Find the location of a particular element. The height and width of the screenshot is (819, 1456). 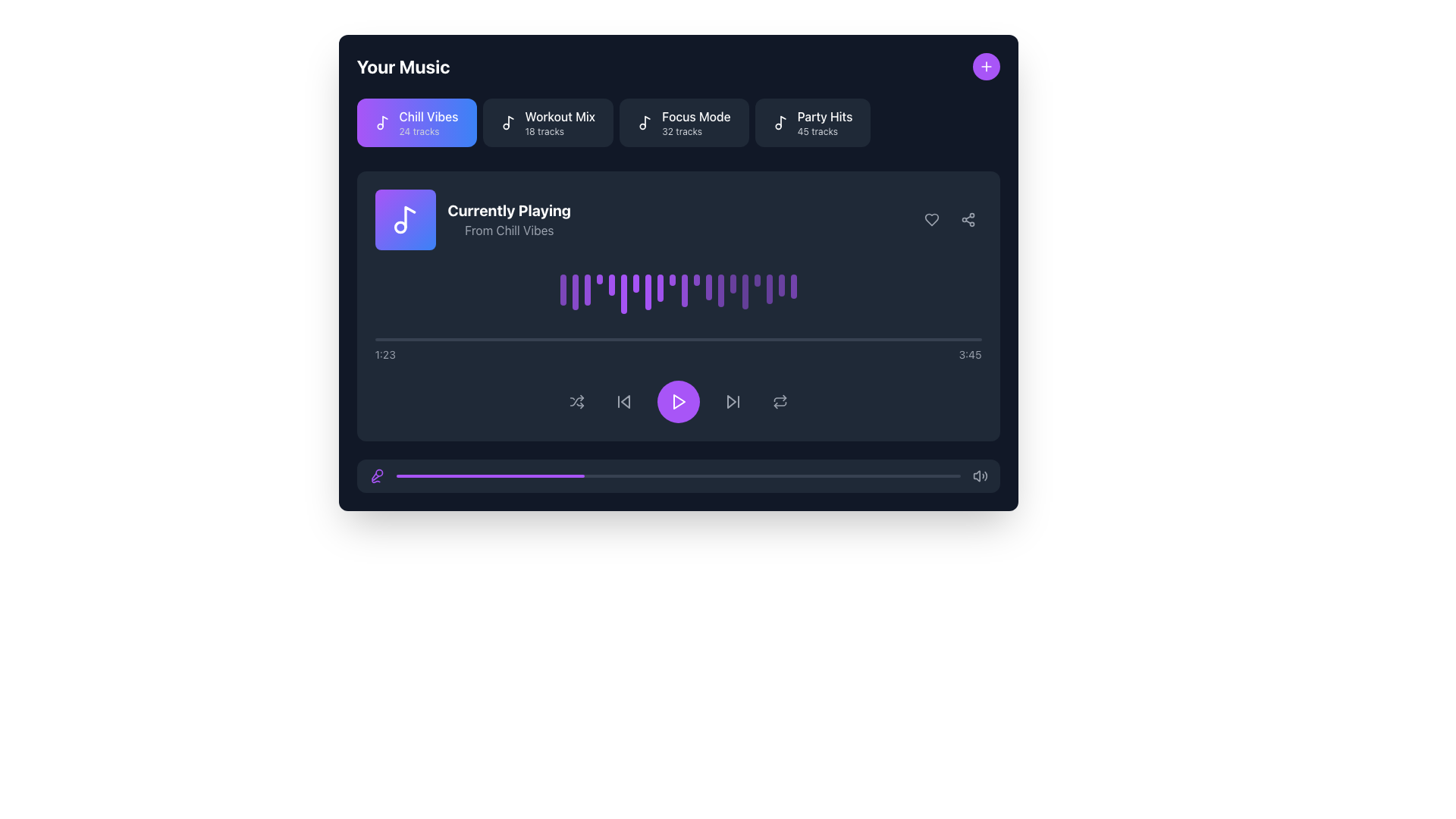

the small, white, cross-shaped '+' icon within the circular purple button located at the top-right corner of the interface is located at coordinates (986, 66).